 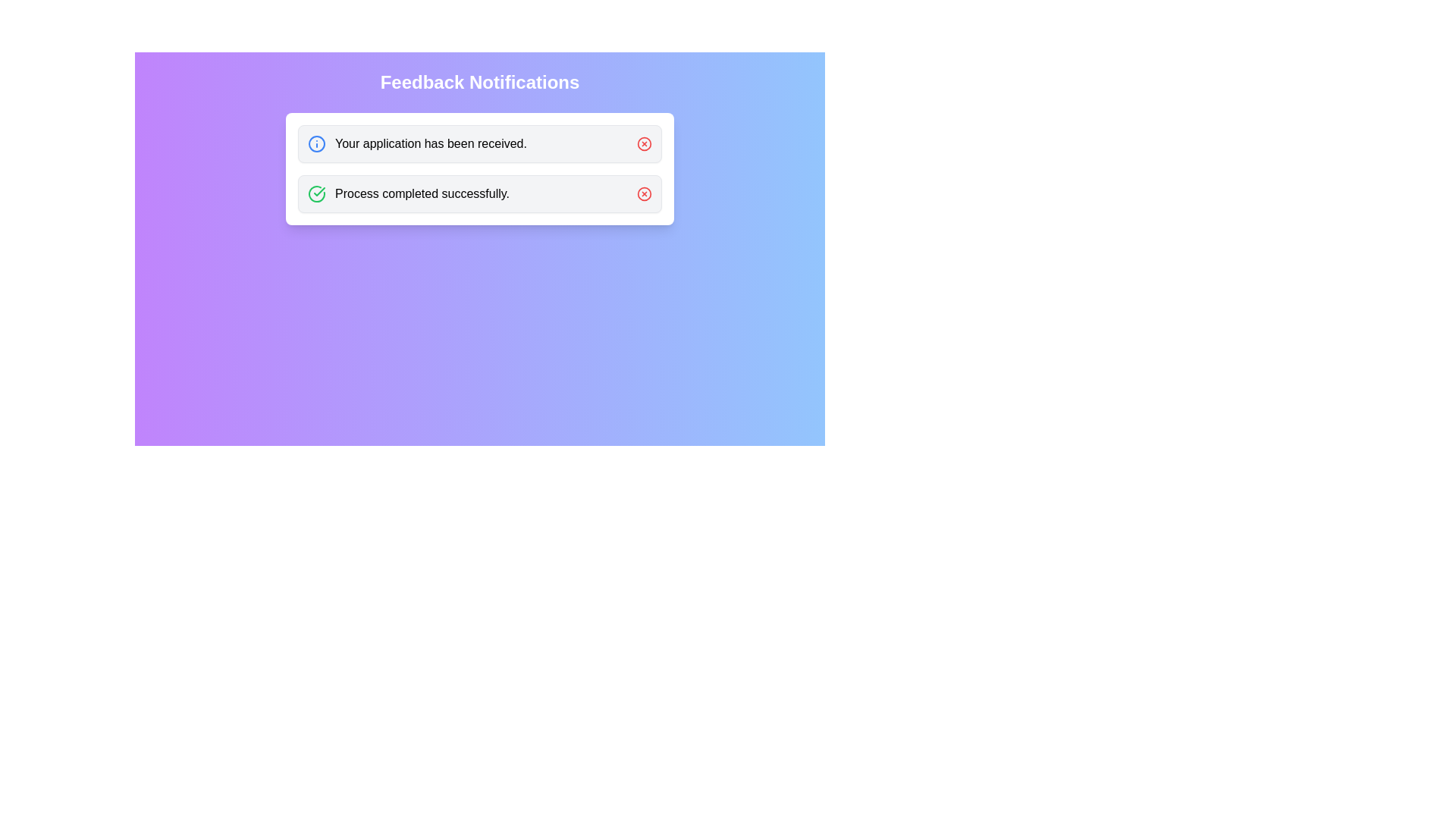 What do you see at coordinates (417, 143) in the screenshot?
I see `notification message that displays 'Your application has been received.' accompanied by a blue circular icon with an 'i'` at bounding box center [417, 143].